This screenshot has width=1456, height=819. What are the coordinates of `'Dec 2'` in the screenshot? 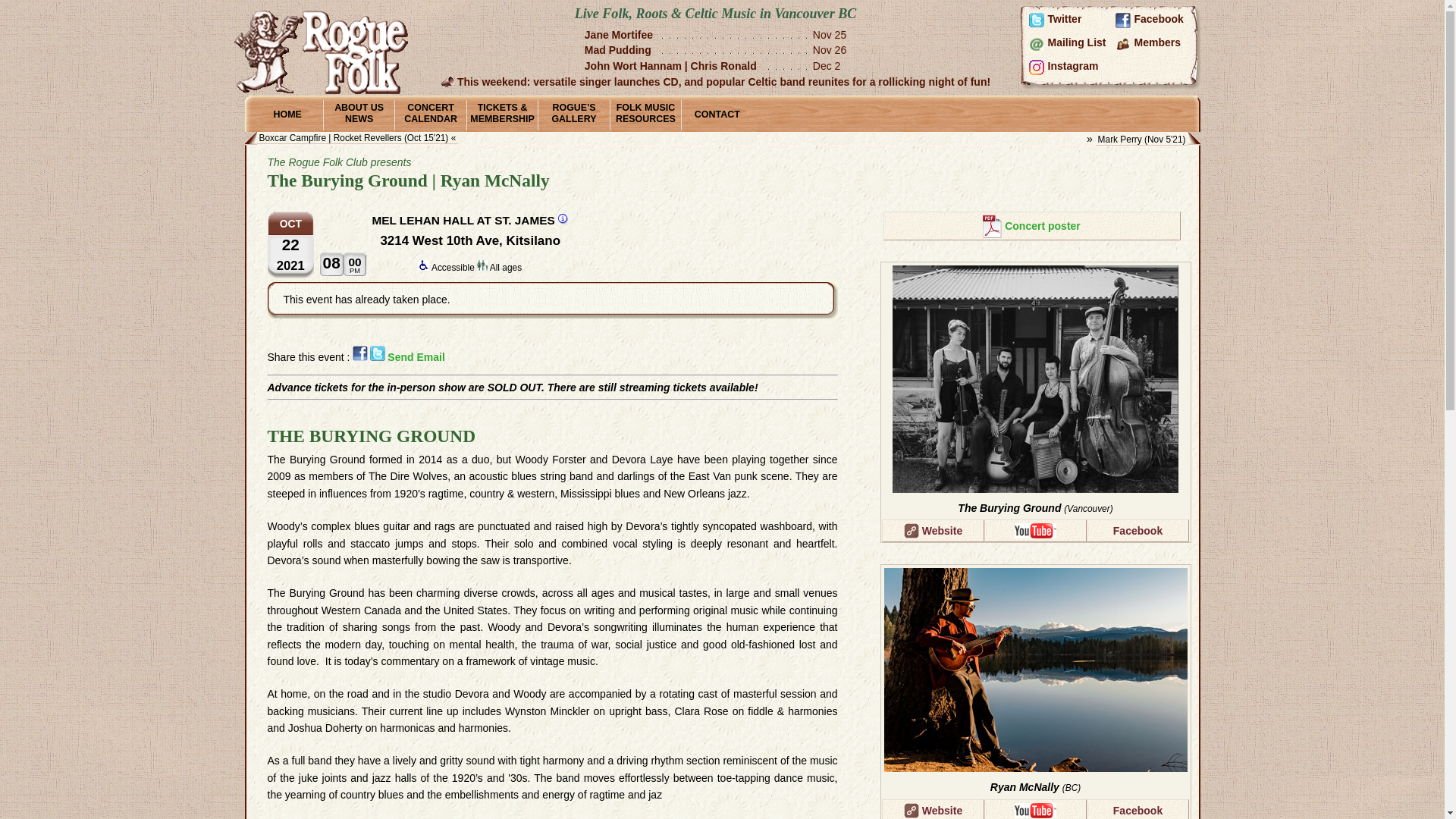 It's located at (826, 65).